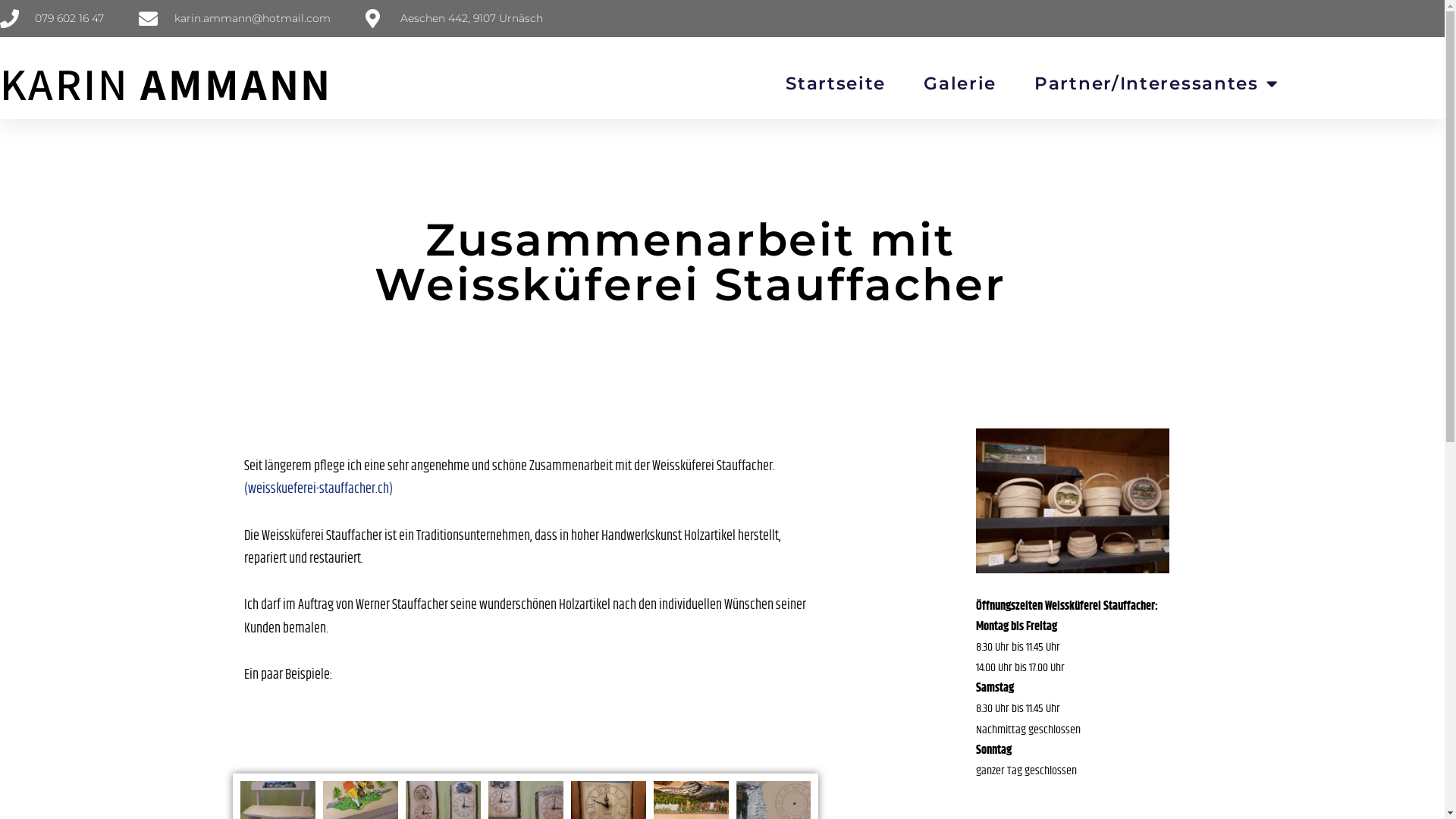 This screenshot has height=819, width=1456. Describe the element at coordinates (959, 83) in the screenshot. I see `'Galerie'` at that location.